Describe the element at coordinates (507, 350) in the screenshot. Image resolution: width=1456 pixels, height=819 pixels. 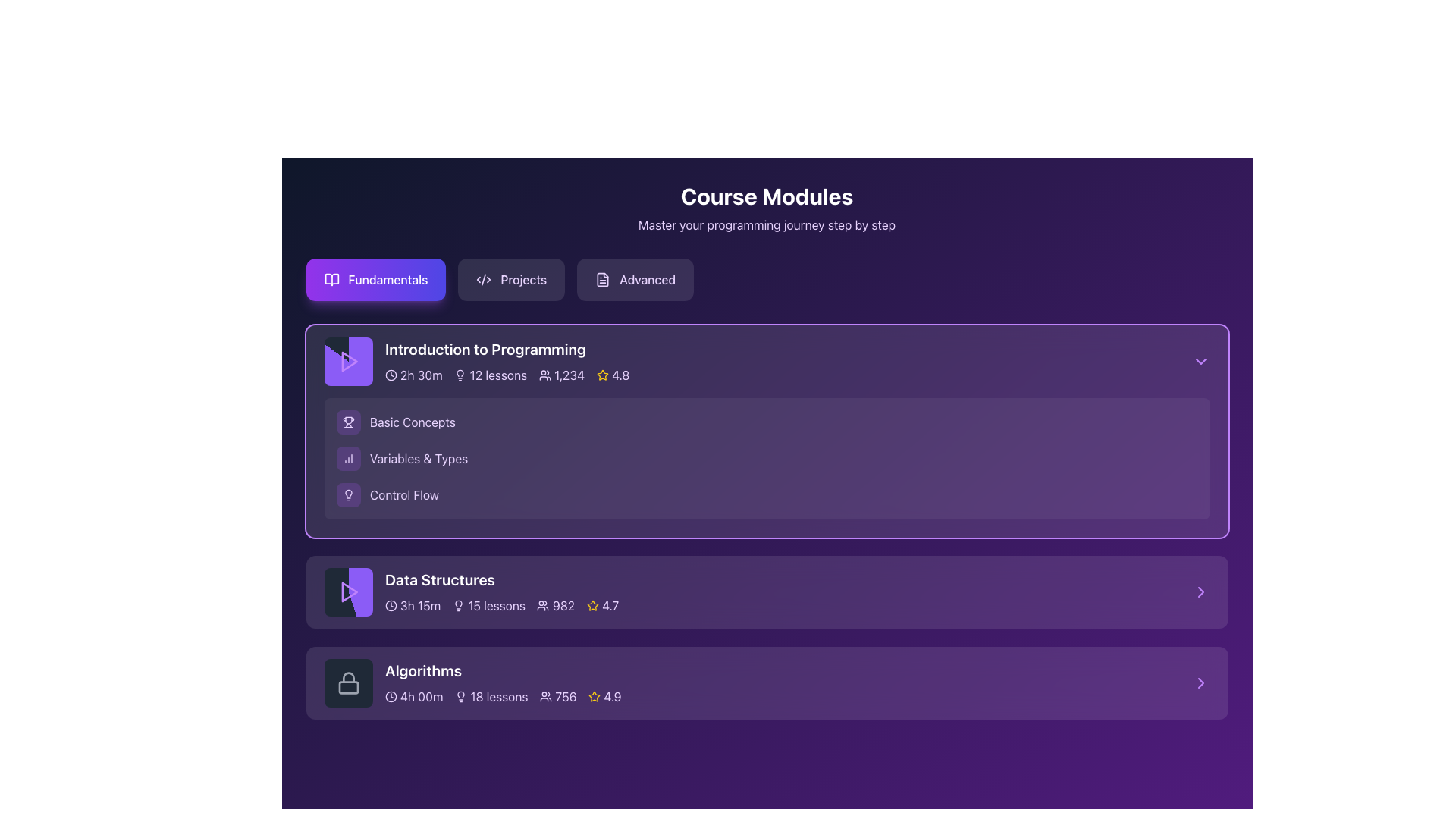
I see `the text heading 'Introduction to Programming' displayed in bold white font within a purple-tinted box to copy the text, if supported` at that location.